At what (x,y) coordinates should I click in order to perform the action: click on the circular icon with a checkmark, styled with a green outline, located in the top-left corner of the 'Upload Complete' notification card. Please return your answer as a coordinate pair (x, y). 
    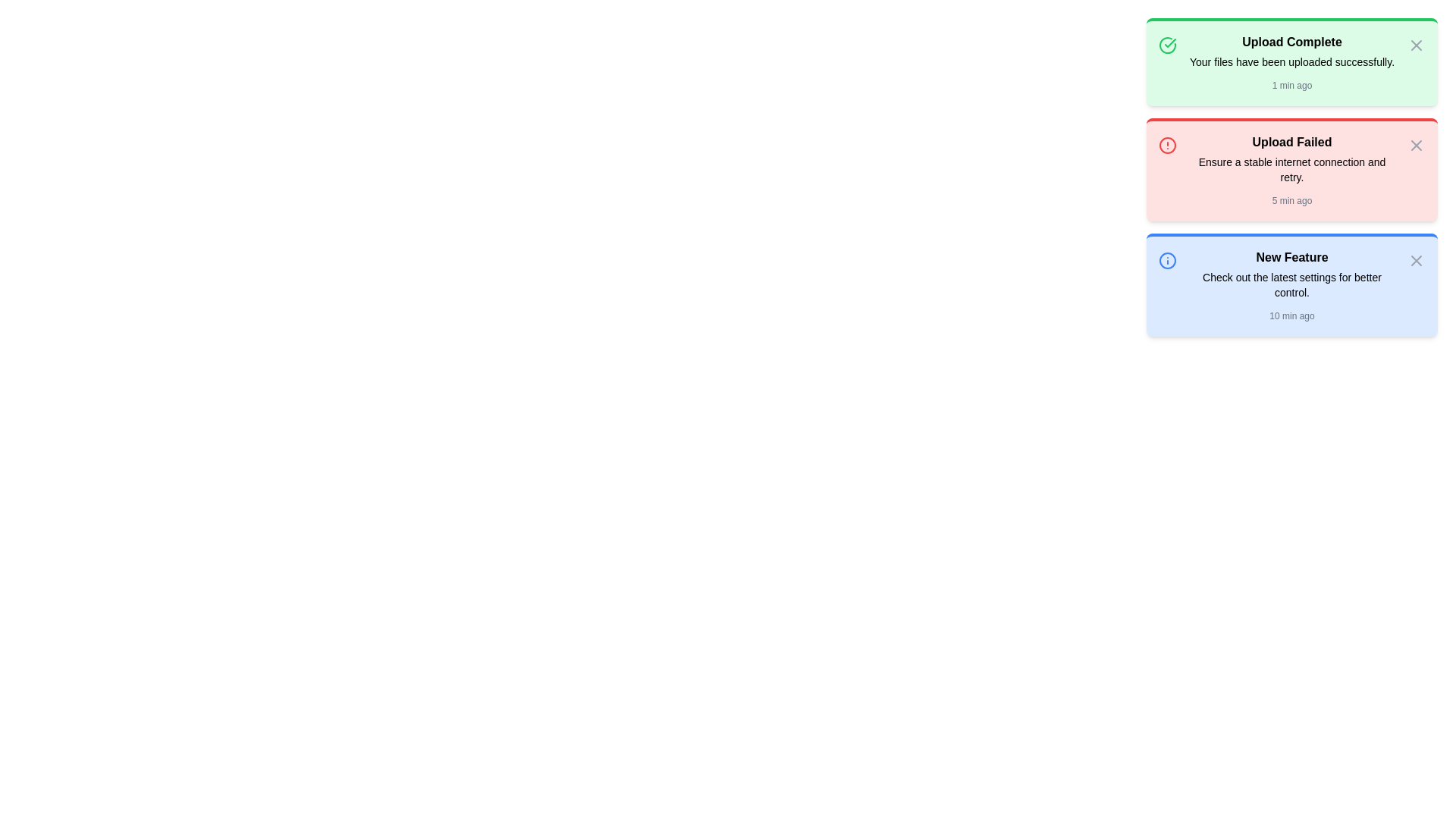
    Looking at the image, I should click on (1167, 45).